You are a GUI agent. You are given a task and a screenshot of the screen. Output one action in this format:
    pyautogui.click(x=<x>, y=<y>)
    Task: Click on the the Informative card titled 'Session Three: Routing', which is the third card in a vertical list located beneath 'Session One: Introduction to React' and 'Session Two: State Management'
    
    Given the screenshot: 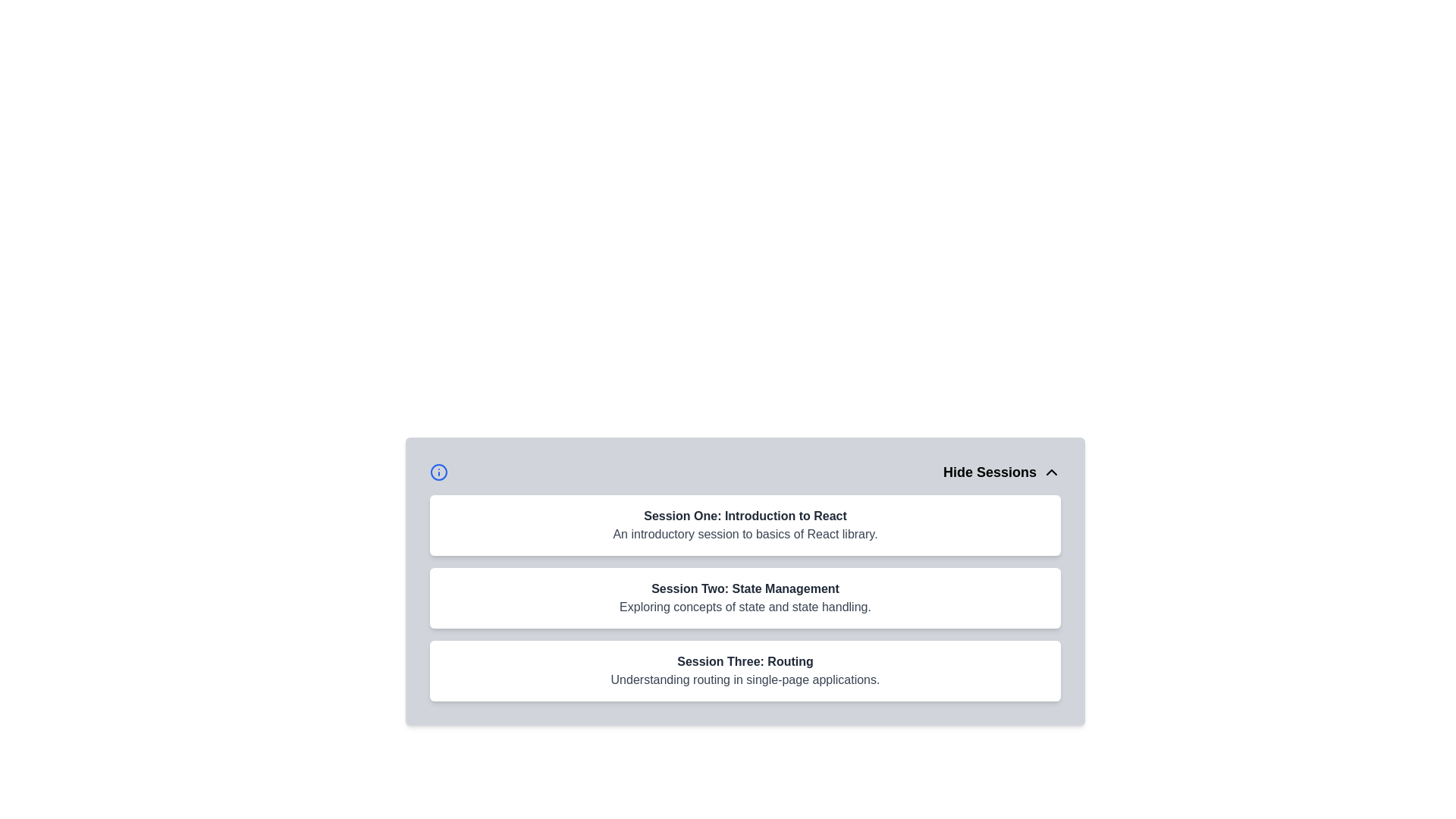 What is the action you would take?
    pyautogui.click(x=745, y=670)
    